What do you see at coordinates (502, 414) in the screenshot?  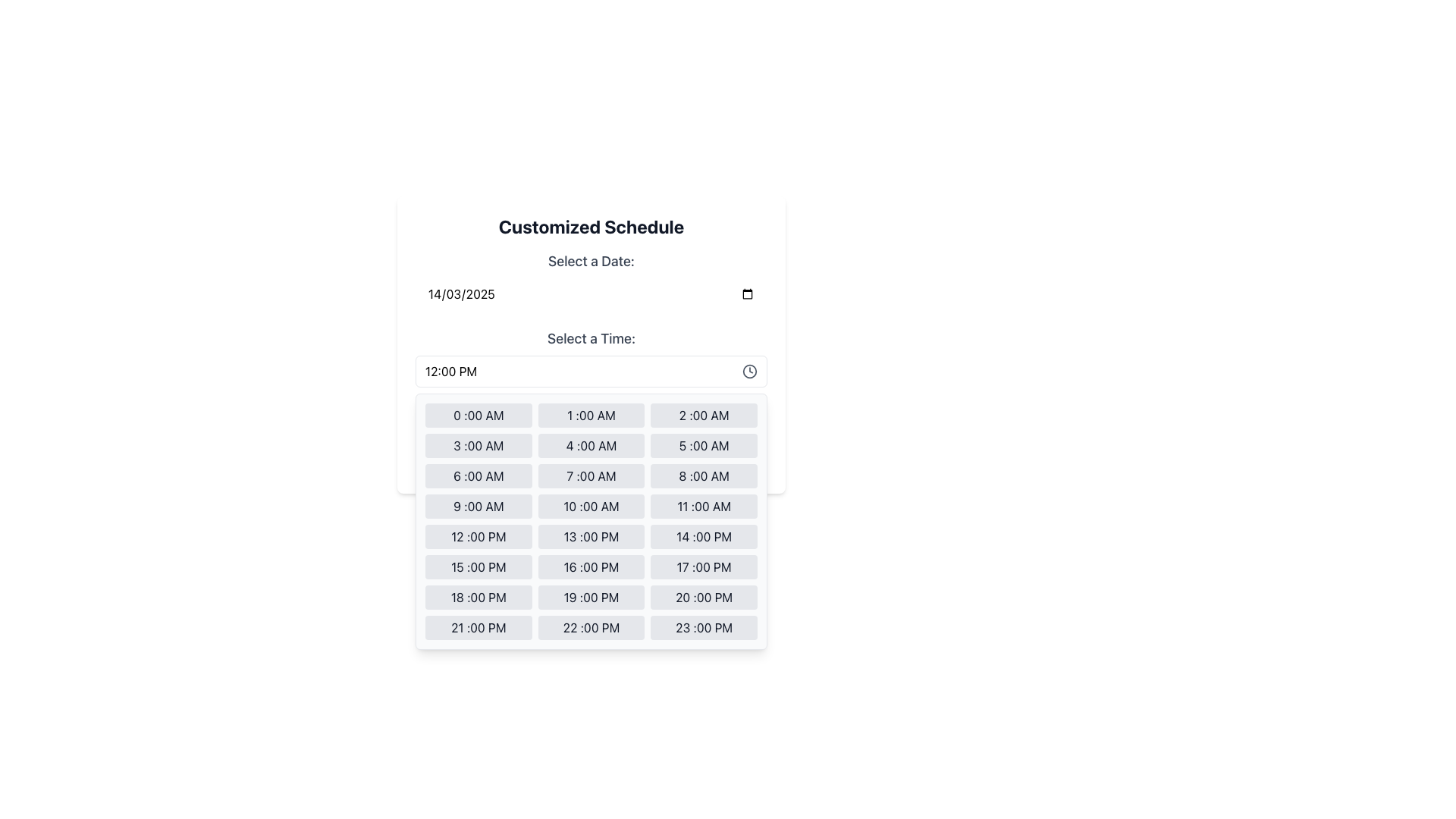 I see `the circular border of the SVG icon located to the left of the time entry field in the 'Customized Schedule' interface` at bounding box center [502, 414].